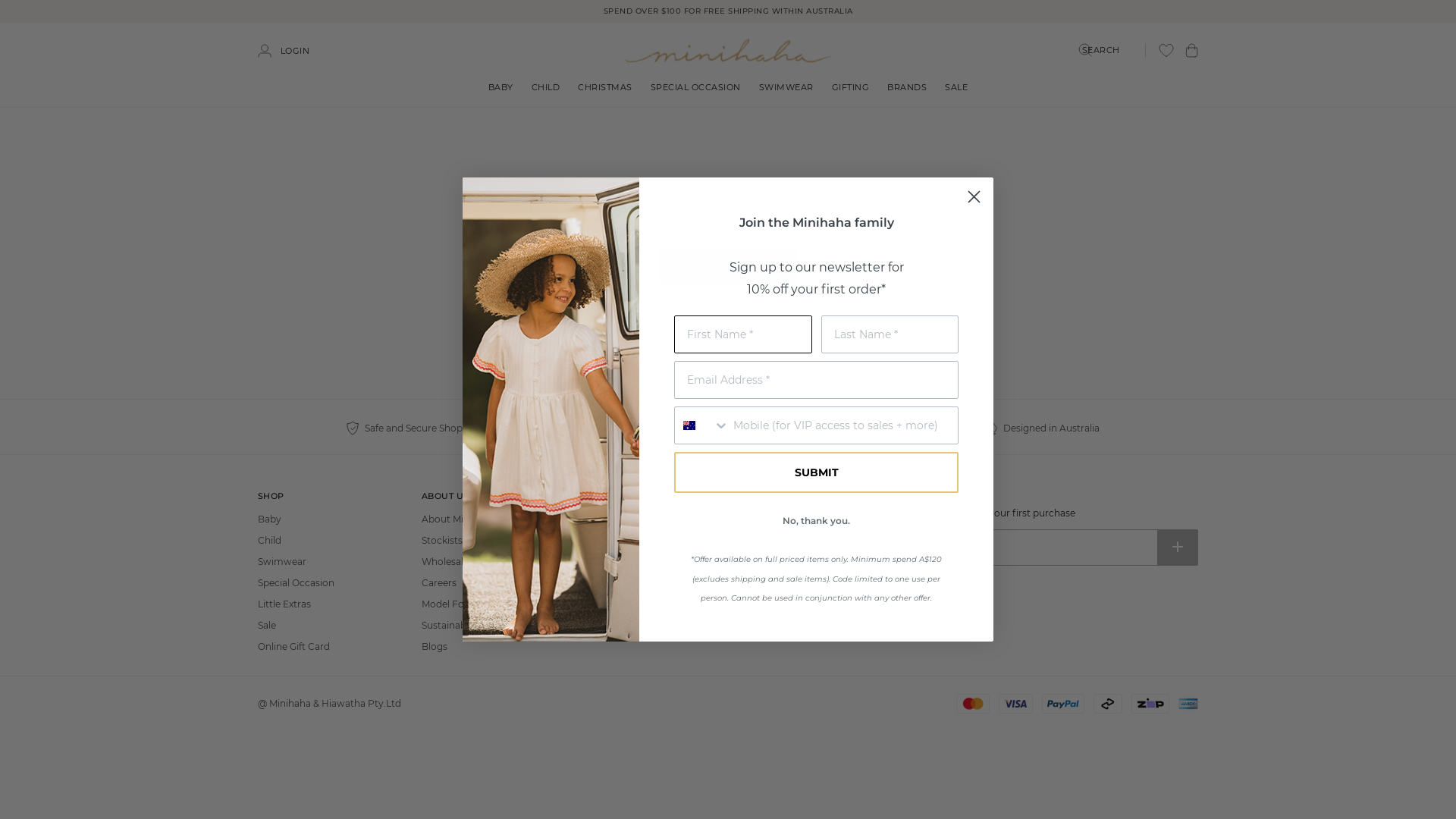  I want to click on 'About Minihaha', so click(457, 518).